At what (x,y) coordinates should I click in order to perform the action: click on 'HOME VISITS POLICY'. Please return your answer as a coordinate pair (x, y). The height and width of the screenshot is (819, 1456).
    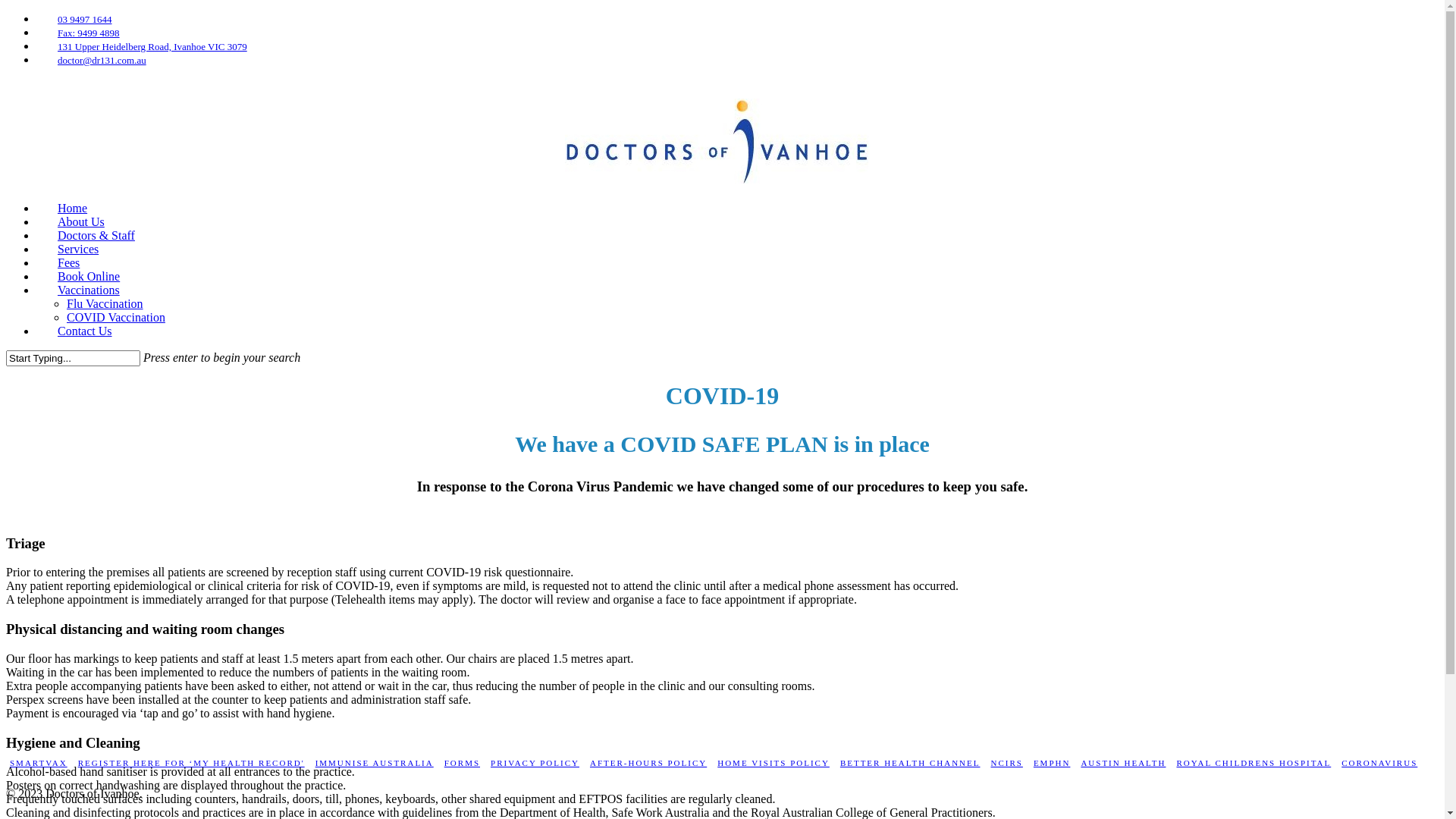
    Looking at the image, I should click on (773, 763).